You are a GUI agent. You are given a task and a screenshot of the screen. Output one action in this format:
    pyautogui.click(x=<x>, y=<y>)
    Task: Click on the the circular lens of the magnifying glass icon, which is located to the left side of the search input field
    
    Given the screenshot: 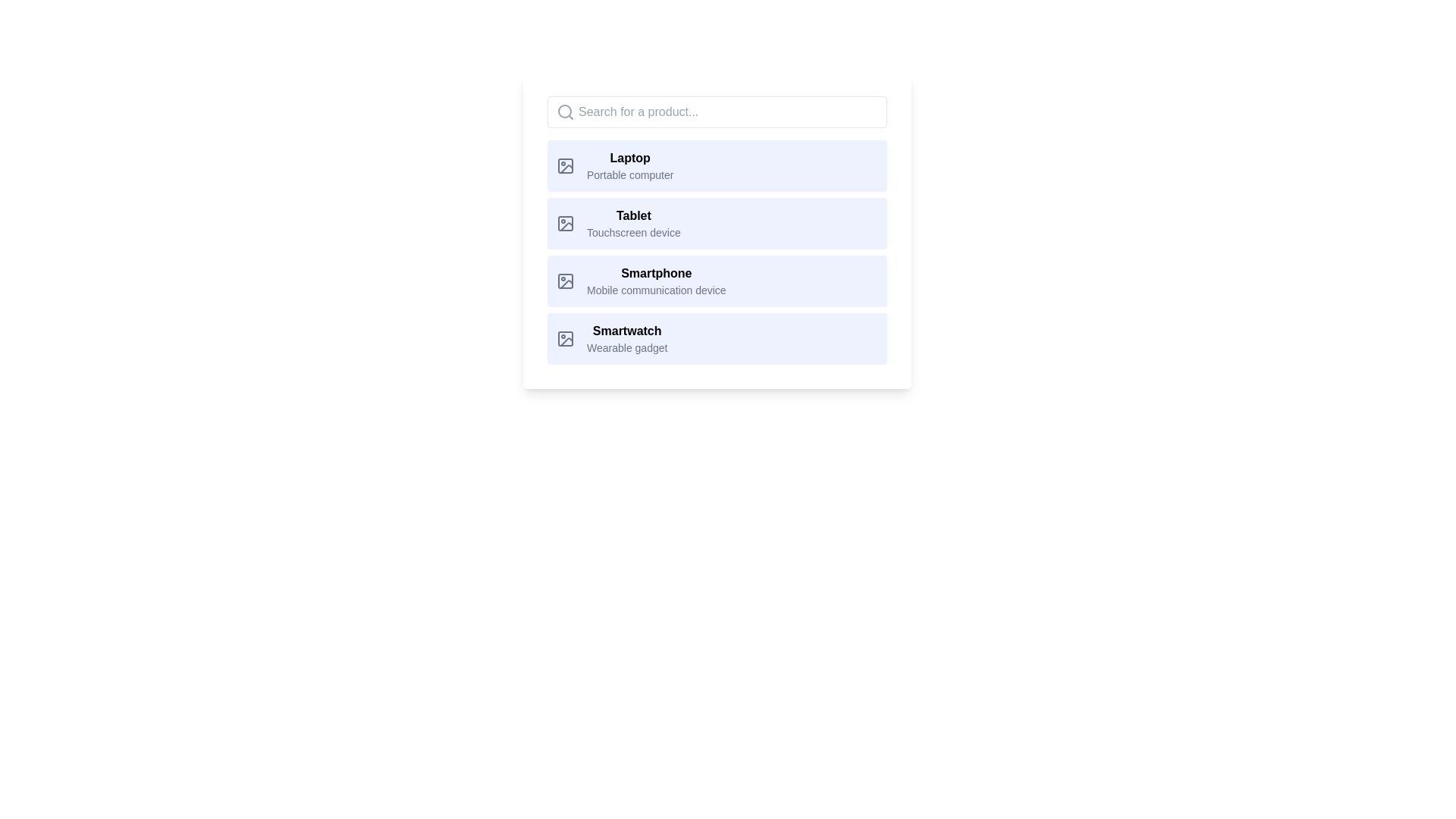 What is the action you would take?
    pyautogui.click(x=563, y=110)
    